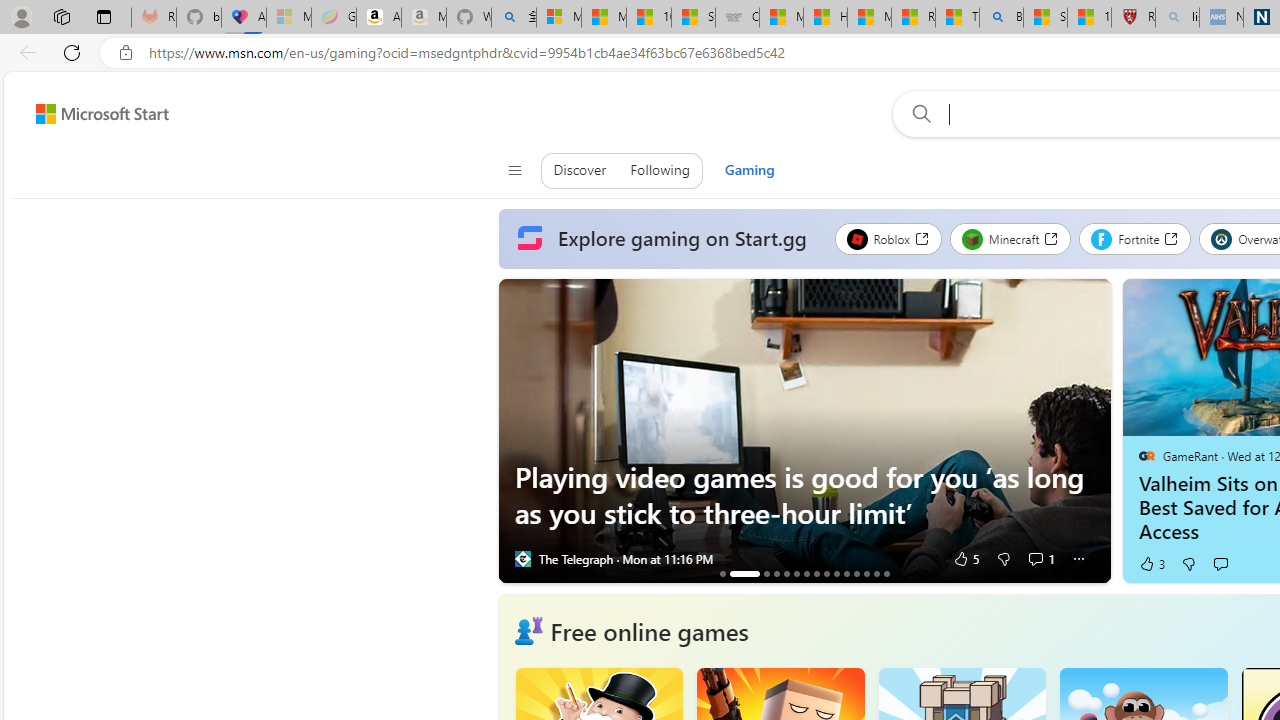  I want to click on 'Skip to content', so click(94, 114).